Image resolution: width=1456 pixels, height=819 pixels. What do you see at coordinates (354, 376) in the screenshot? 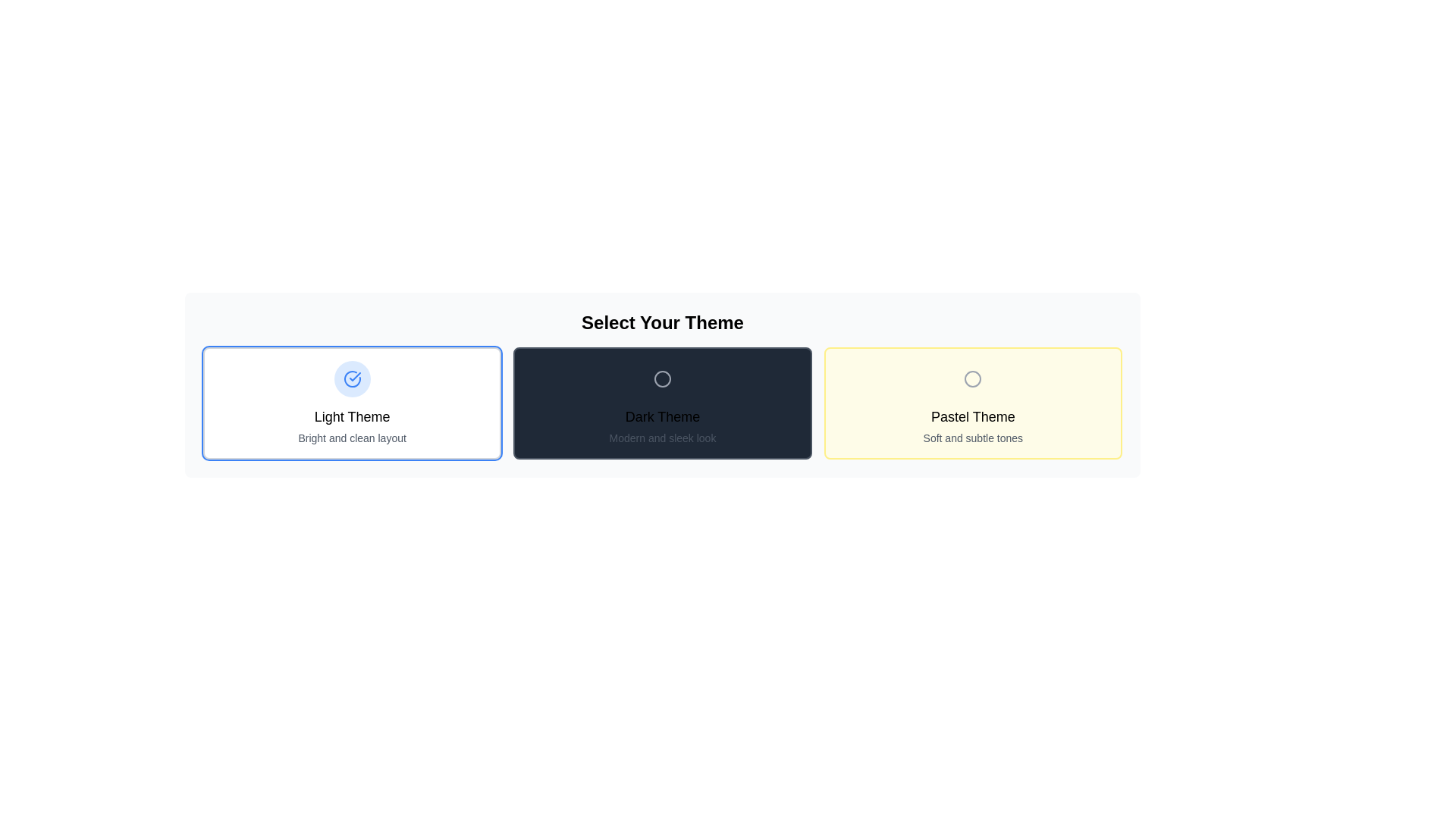
I see `the checkmark within the circular icon in the 'Light Theme' selectable card` at bounding box center [354, 376].